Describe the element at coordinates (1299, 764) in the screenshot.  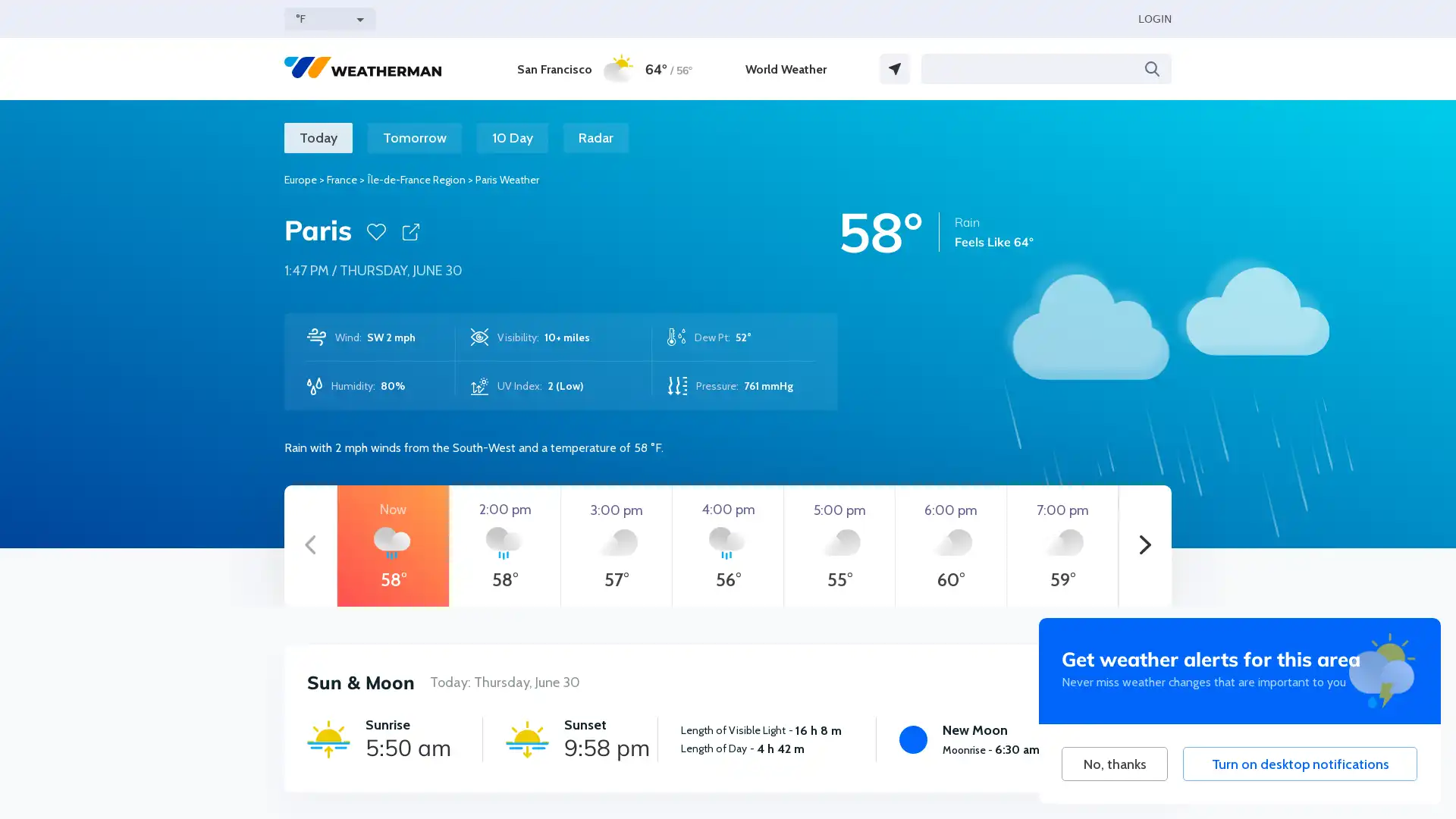
I see `Turn on desktop notifications` at that location.